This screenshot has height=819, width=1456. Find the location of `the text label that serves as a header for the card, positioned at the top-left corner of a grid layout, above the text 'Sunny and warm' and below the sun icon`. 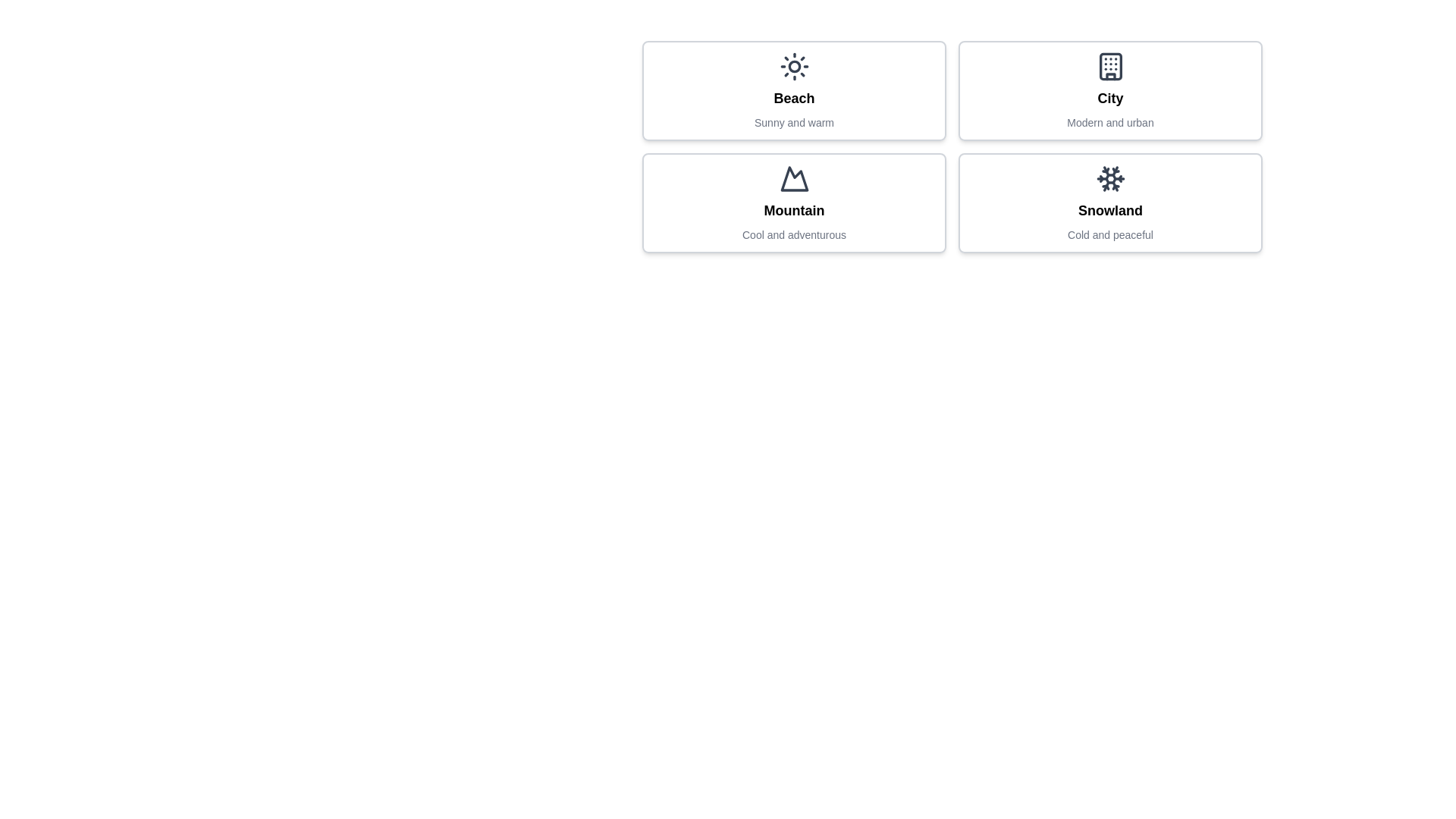

the text label that serves as a header for the card, positioned at the top-left corner of a grid layout, above the text 'Sunny and warm' and below the sun icon is located at coordinates (793, 99).